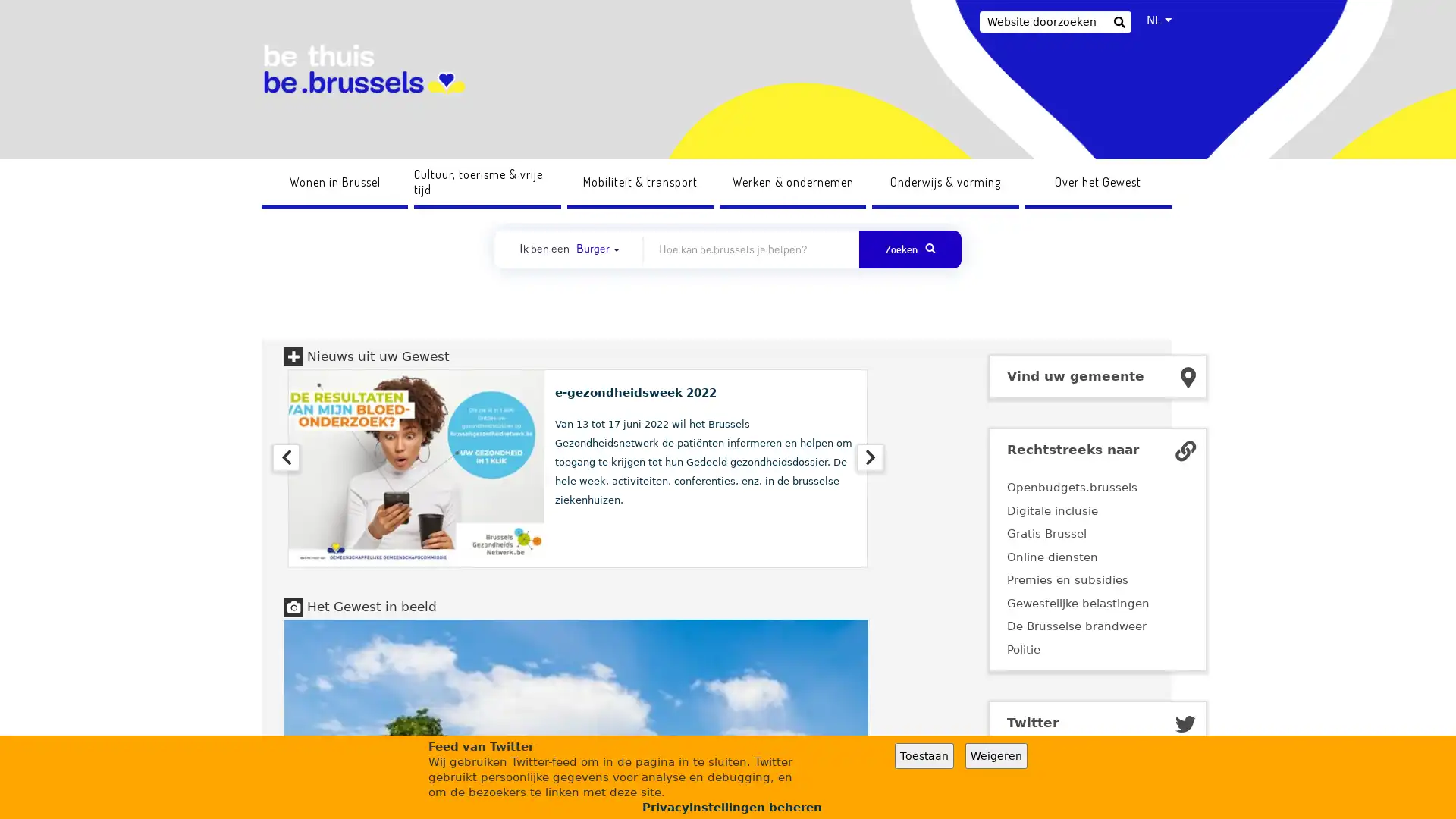 This screenshot has width=1456, height=819. I want to click on Toestaan, so click(924, 755).